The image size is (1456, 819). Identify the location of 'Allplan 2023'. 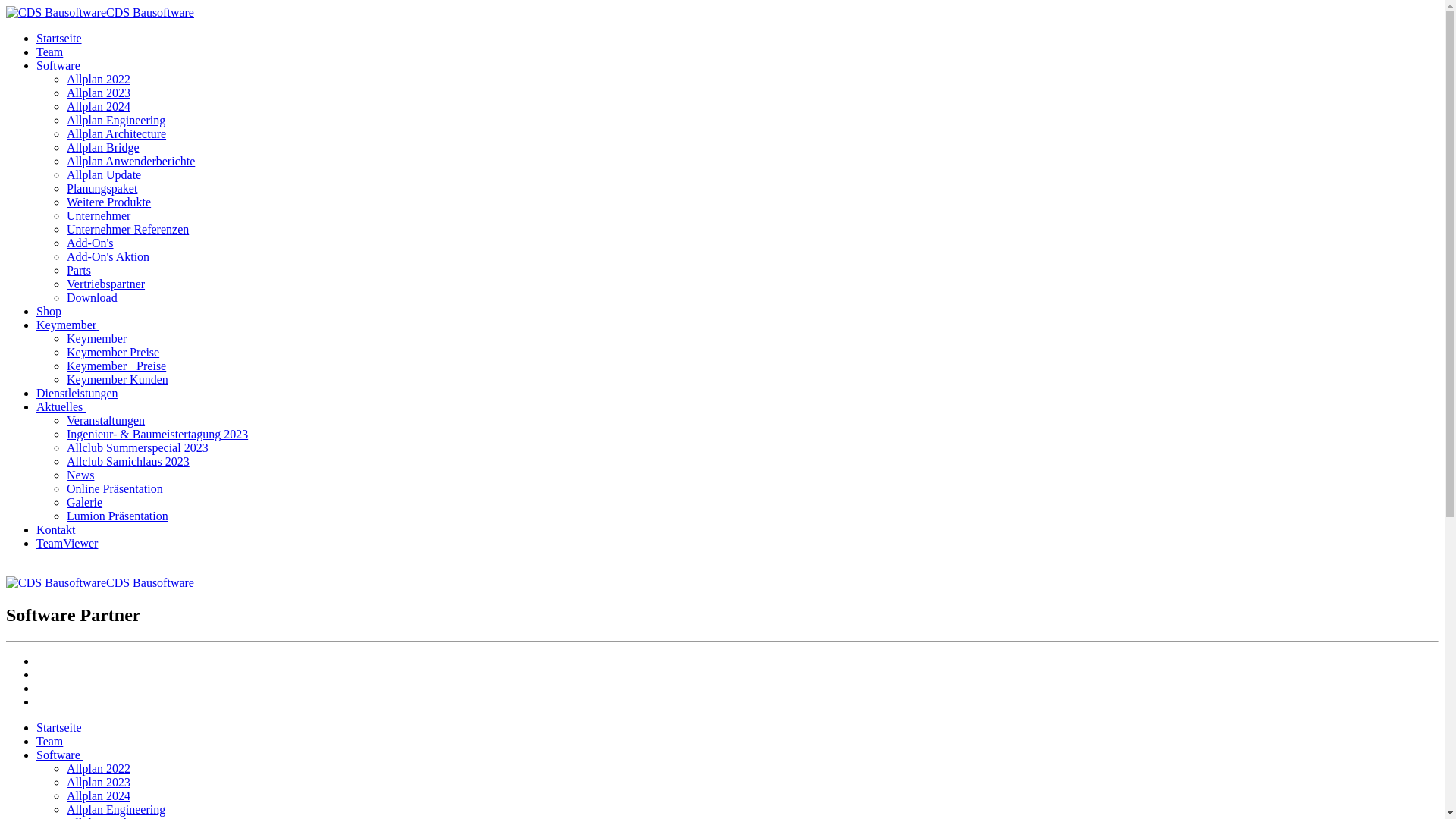
(97, 782).